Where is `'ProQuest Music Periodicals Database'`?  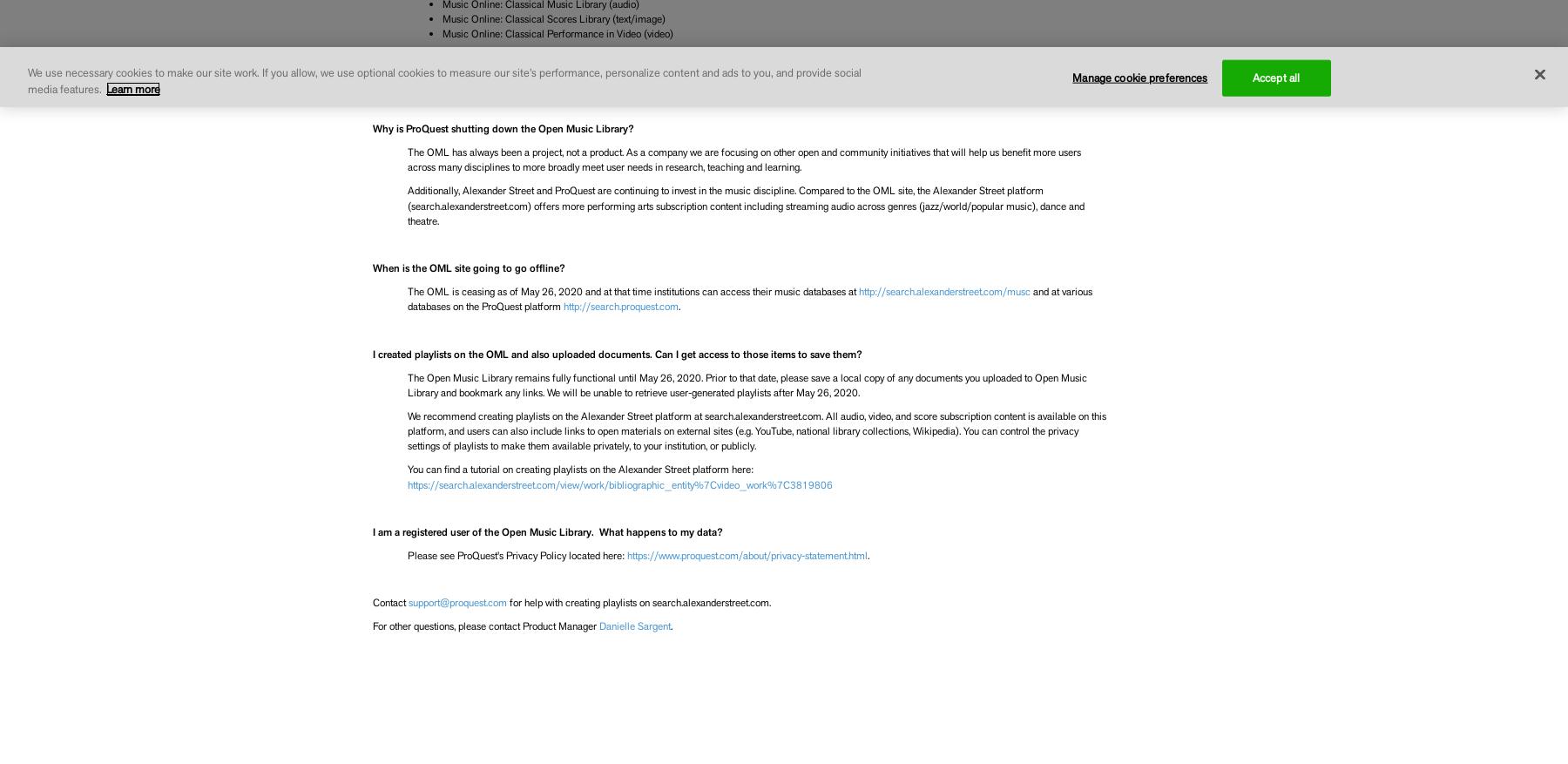
'ProQuest Music Periodicals Database' is located at coordinates (441, 80).